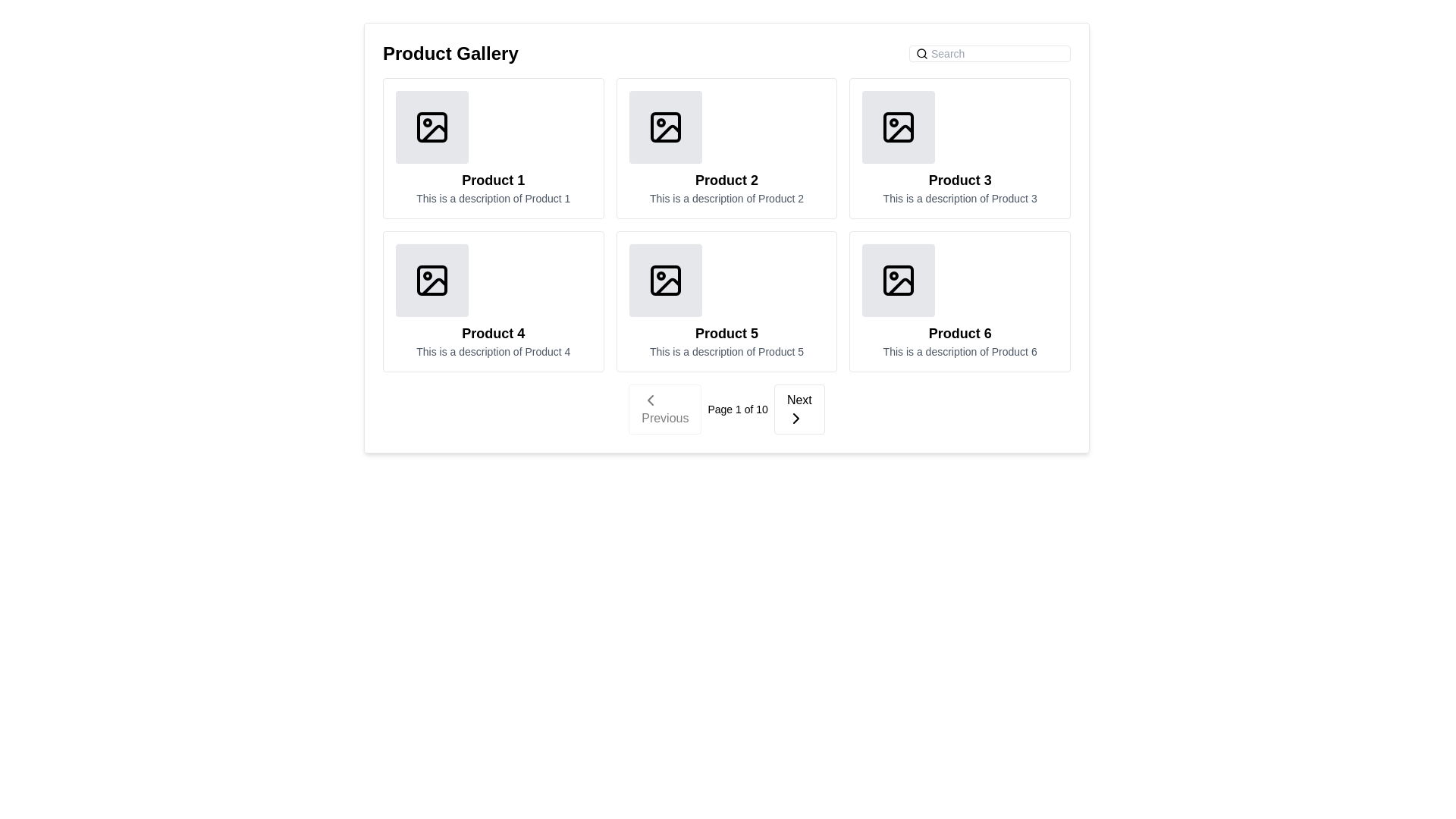 This screenshot has height=819, width=1456. Describe the element at coordinates (433, 133) in the screenshot. I see `diagonal line segment that forms part of the graphical icon representing the image placeholder for 'Product 1' in the product gallery` at that location.